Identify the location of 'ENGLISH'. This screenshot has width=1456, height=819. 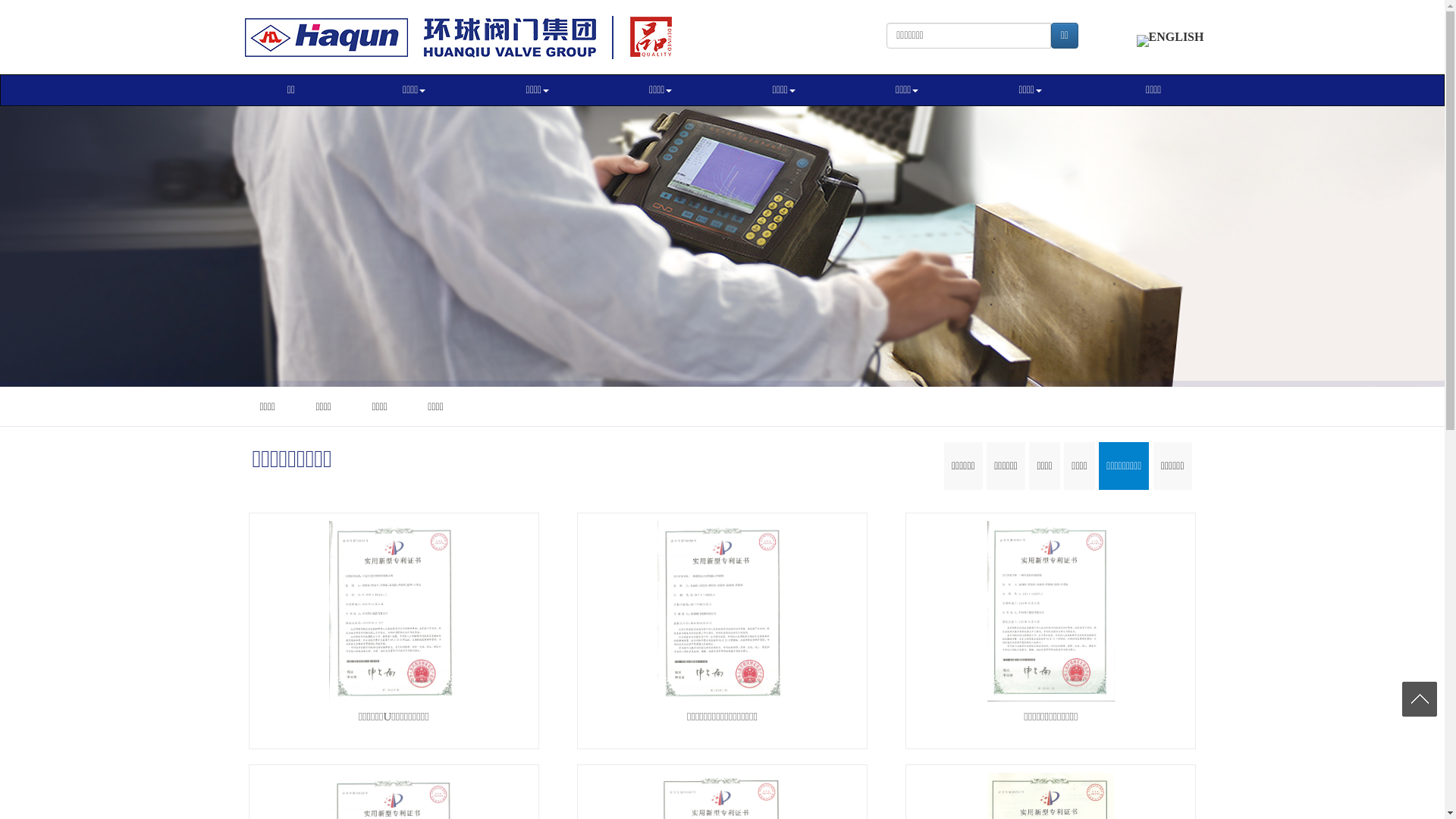
(1136, 36).